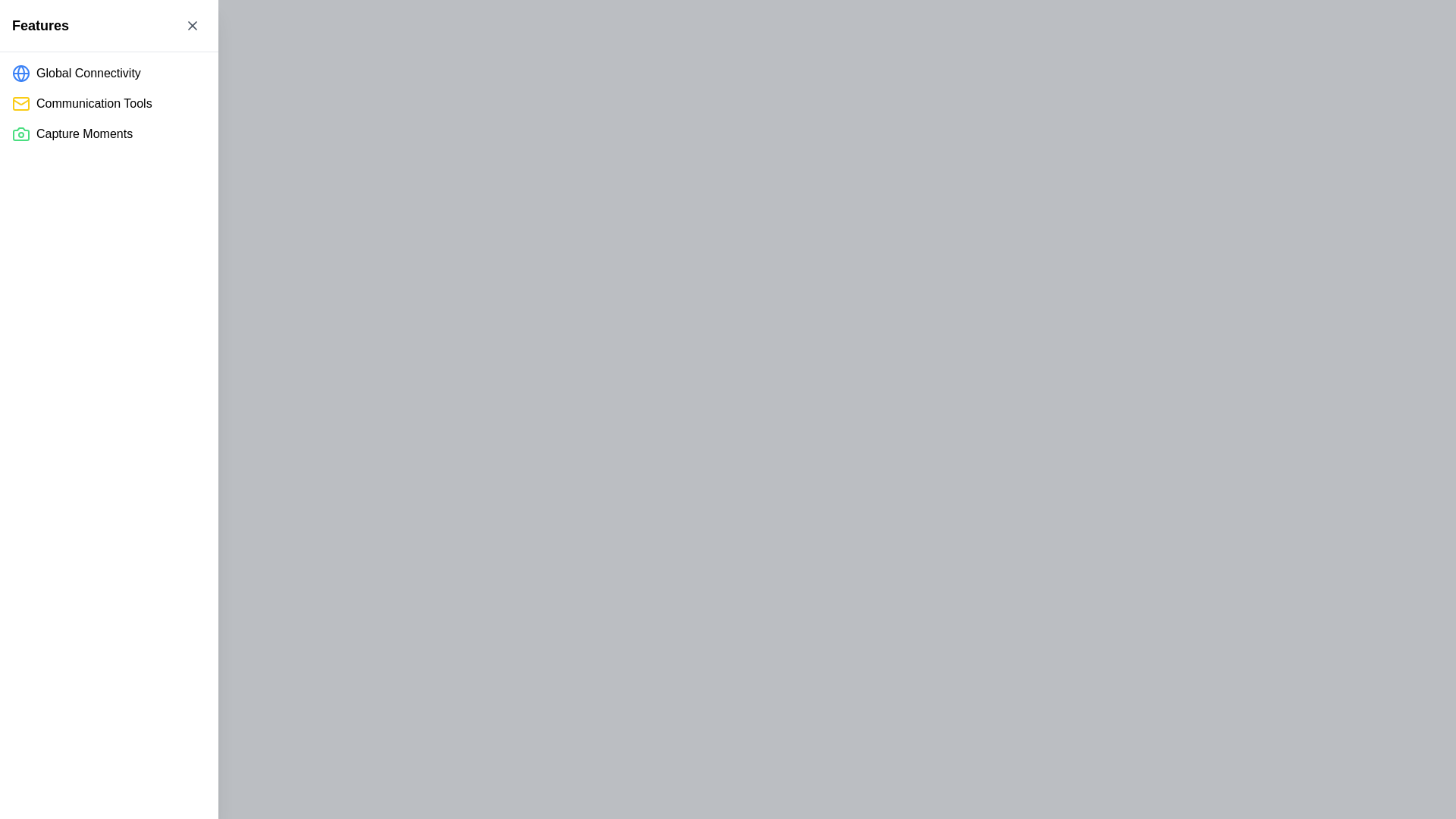 This screenshot has height=819, width=1456. Describe the element at coordinates (93, 103) in the screenshot. I see `the 'Communication Tools' text label, which is styled in medium weight sans-serif font and is located in the sidebar menu, below 'Global Connectivity' and above 'Capture Moments'` at that location.